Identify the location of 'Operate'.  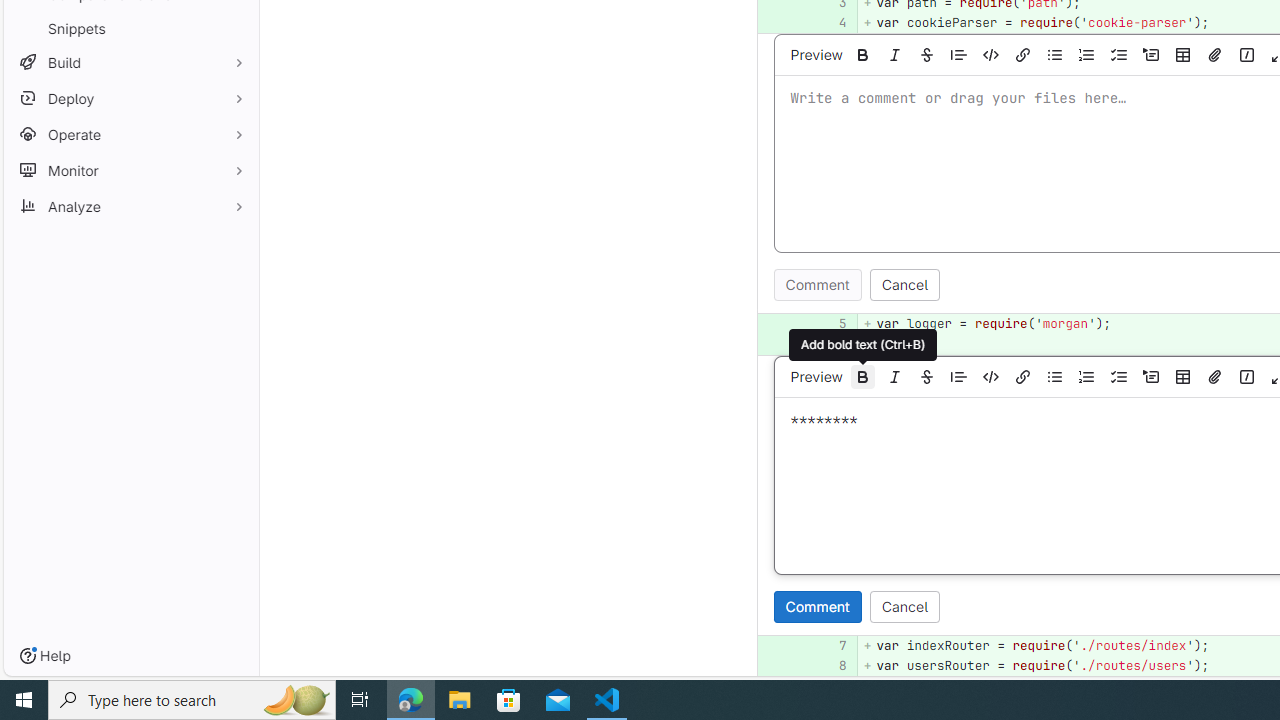
(130, 134).